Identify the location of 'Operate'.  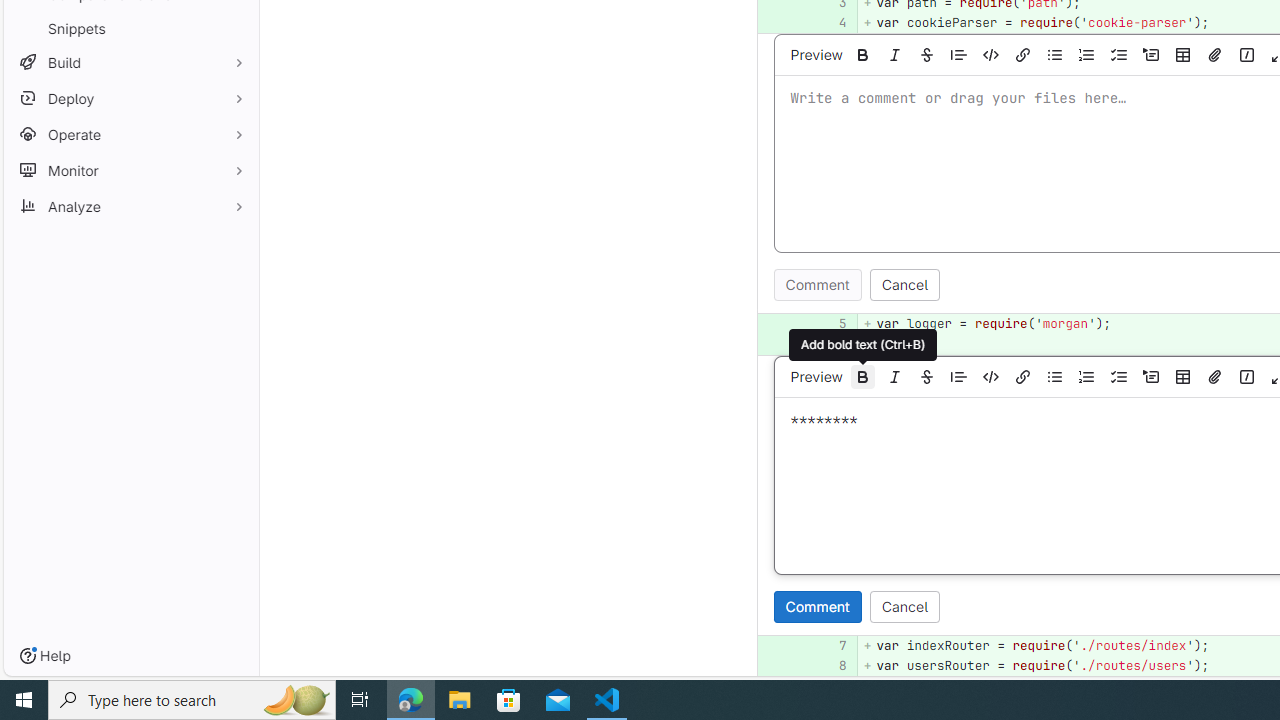
(130, 134).